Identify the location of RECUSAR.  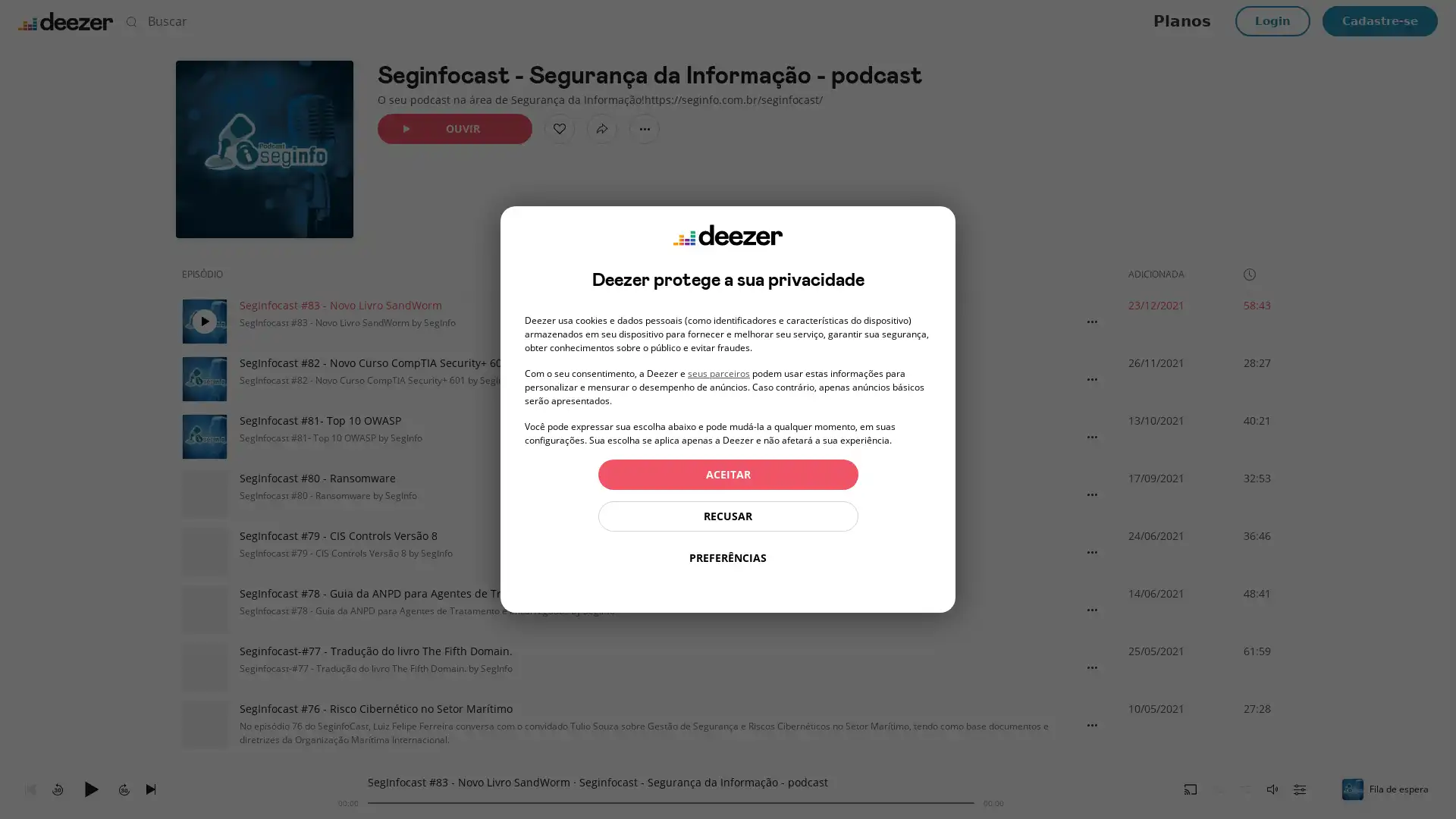
(726, 516).